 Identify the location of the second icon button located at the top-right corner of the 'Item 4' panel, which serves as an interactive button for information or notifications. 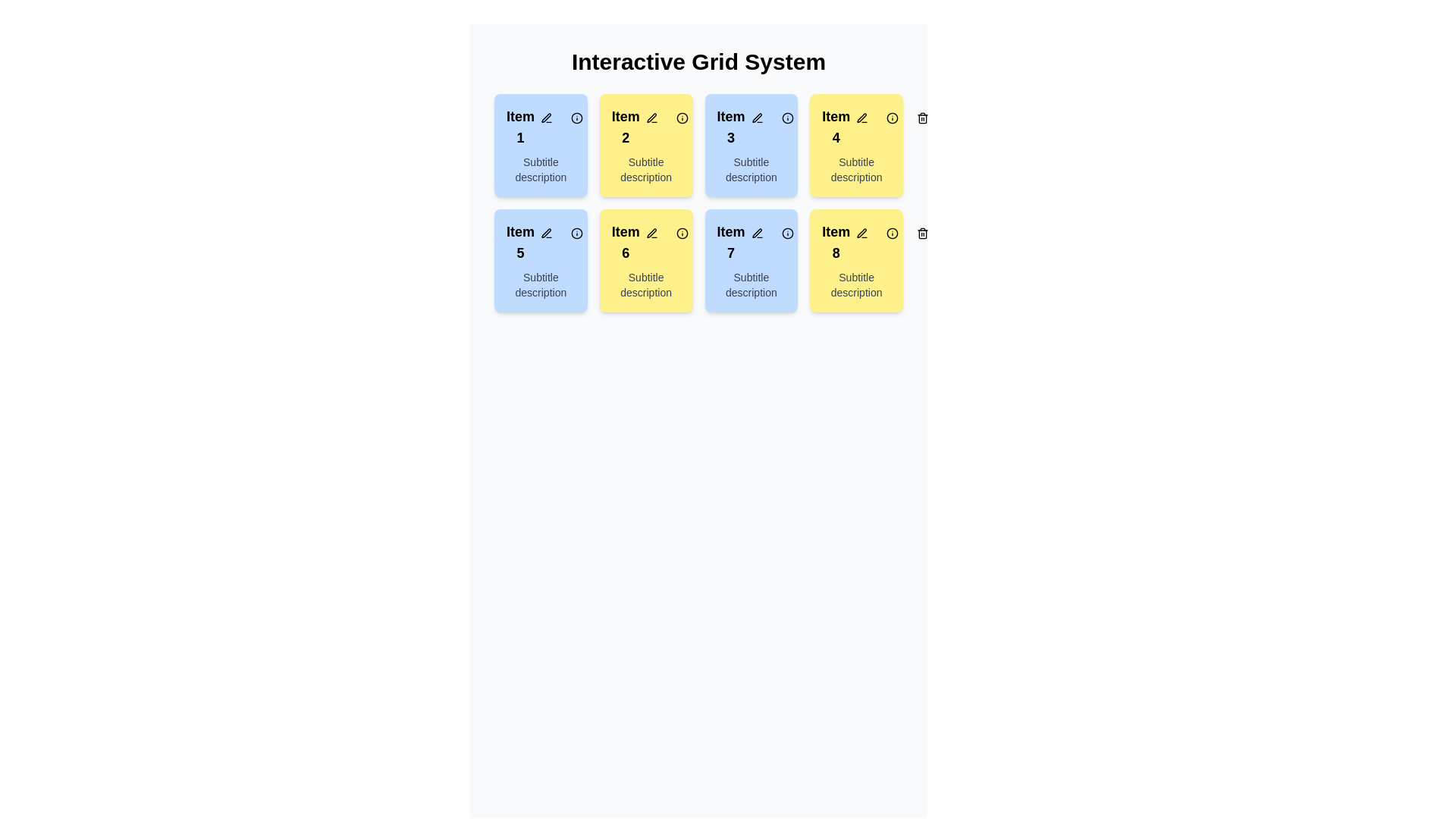
(893, 117).